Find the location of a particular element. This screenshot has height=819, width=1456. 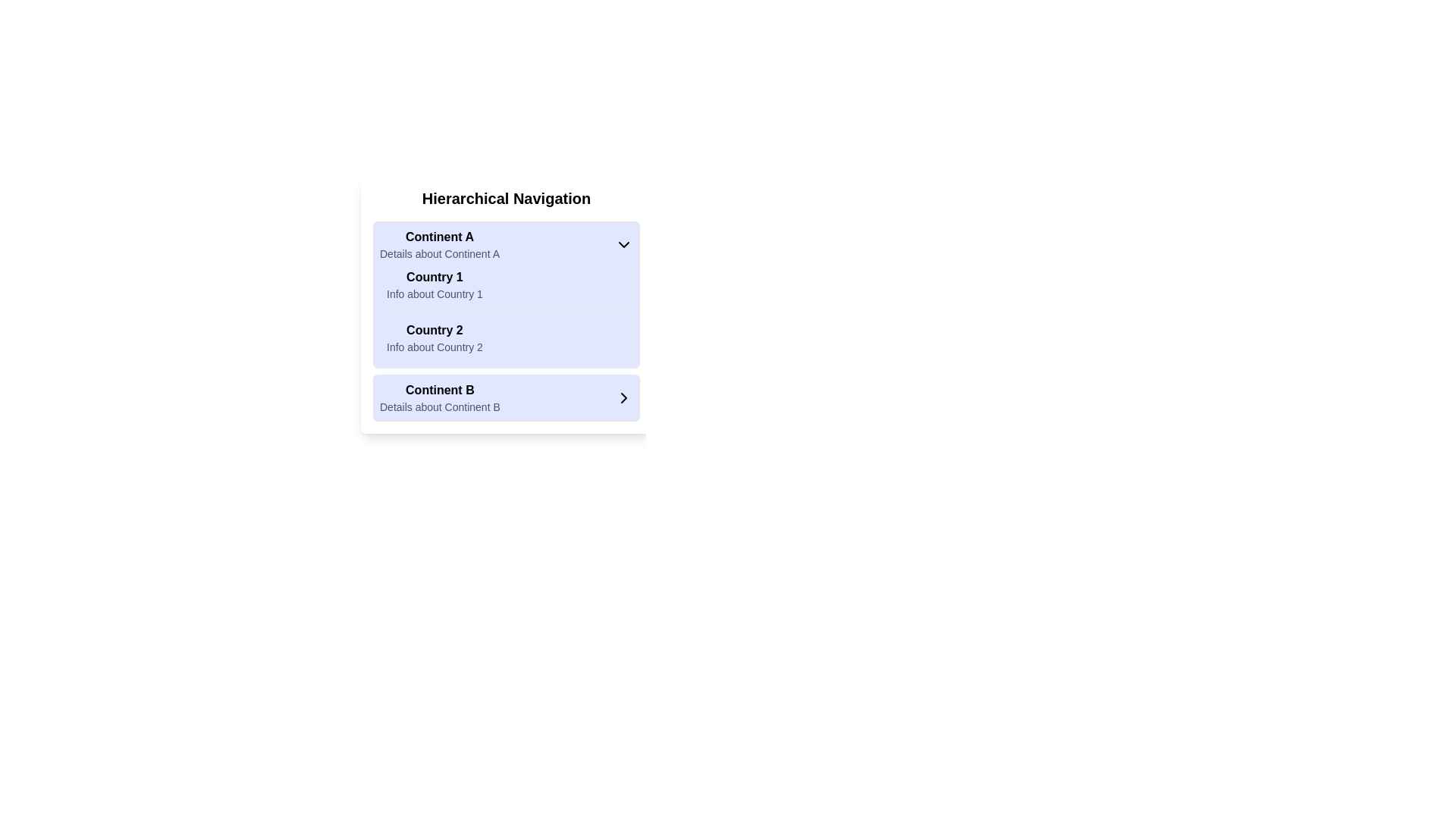

the right-facing arrow icon (Chevron Right) styled with a minimalistic design on a light blue background is located at coordinates (623, 397).